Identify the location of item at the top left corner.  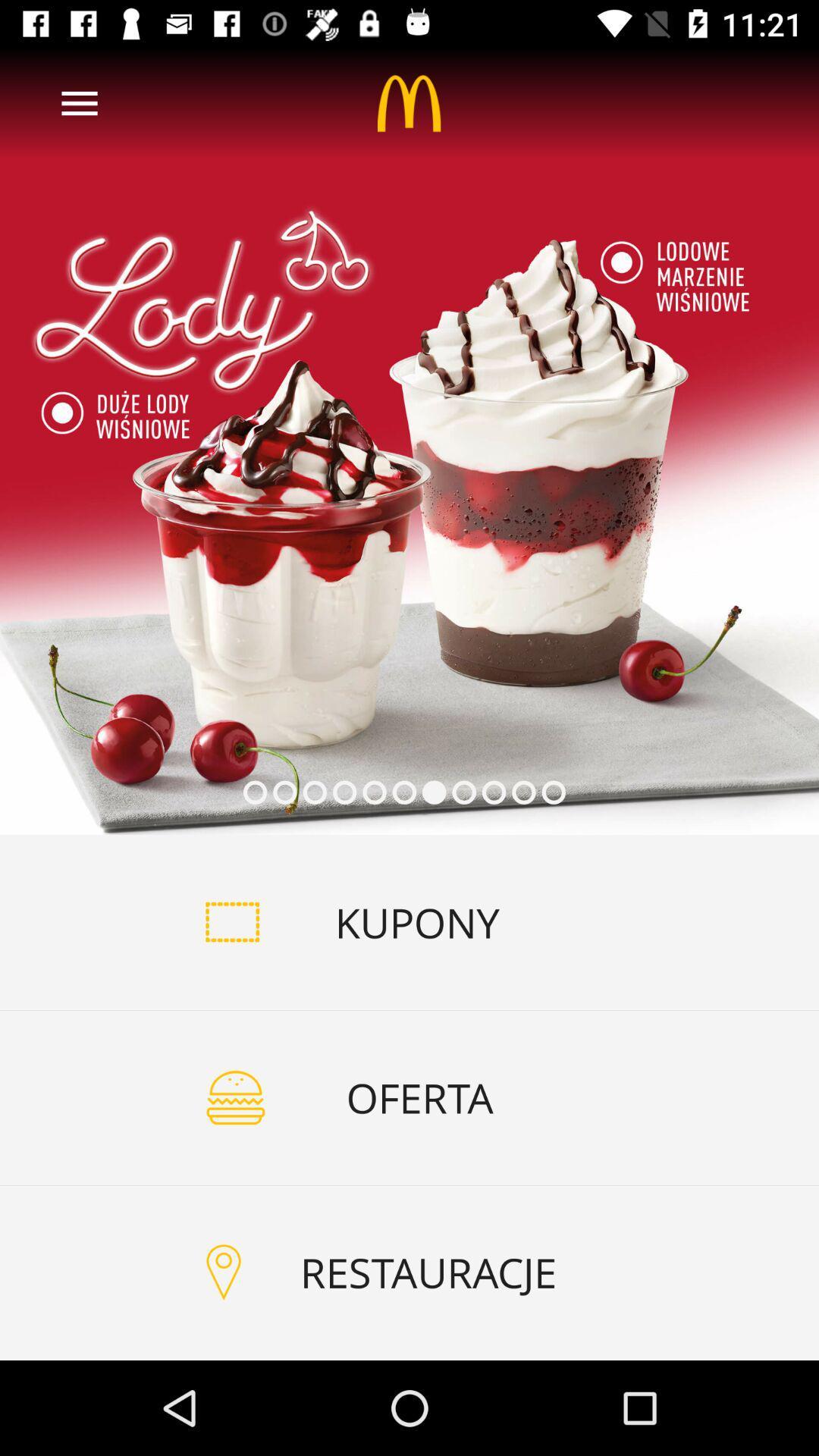
(79, 102).